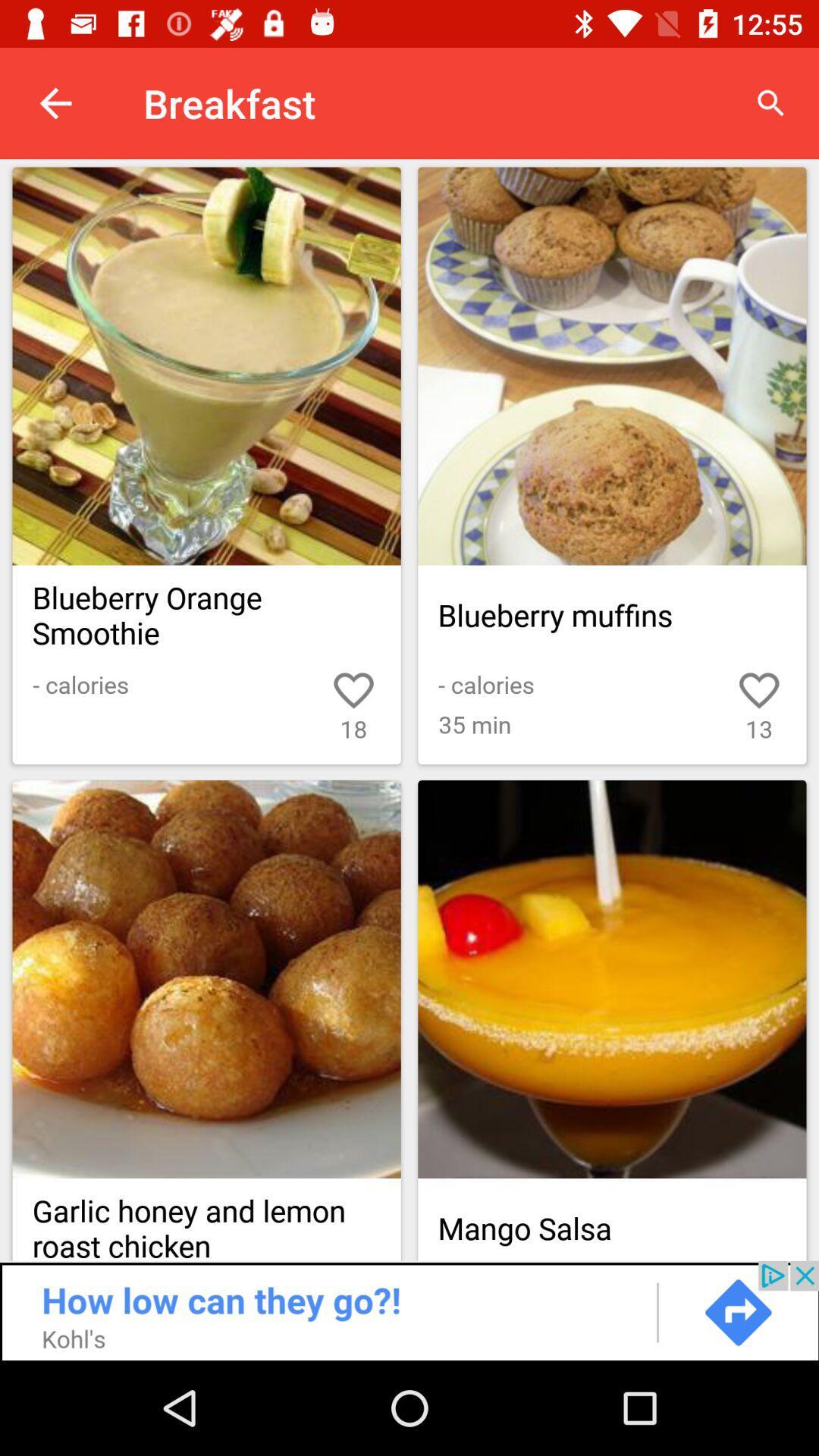  I want to click on open advertisement, so click(409, 1310).